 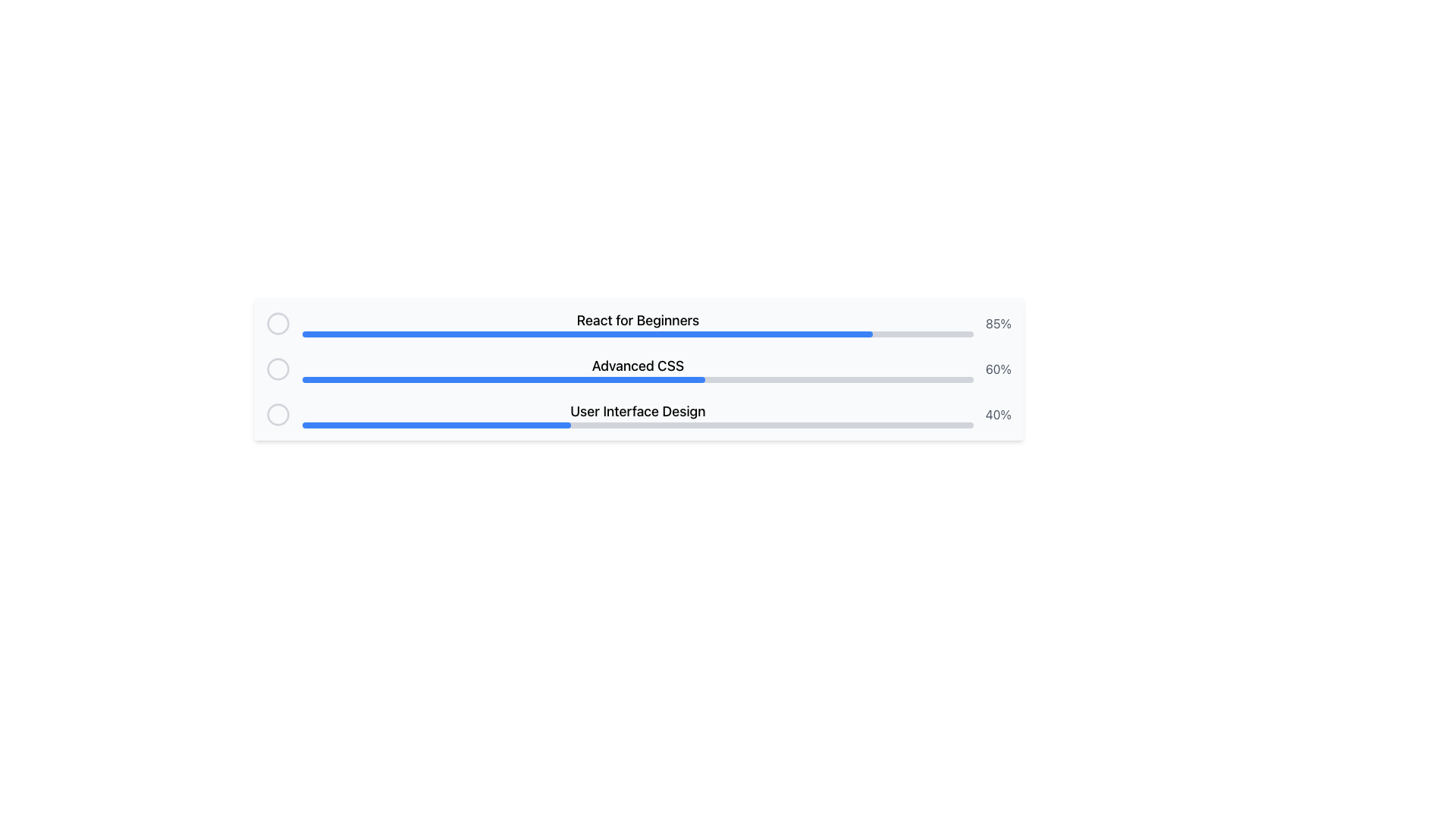 I want to click on the leftmost radio button circle in the 'User Interface Design' row, which is visually distinct with a thin gray outline and circular shape, so click(x=278, y=415).